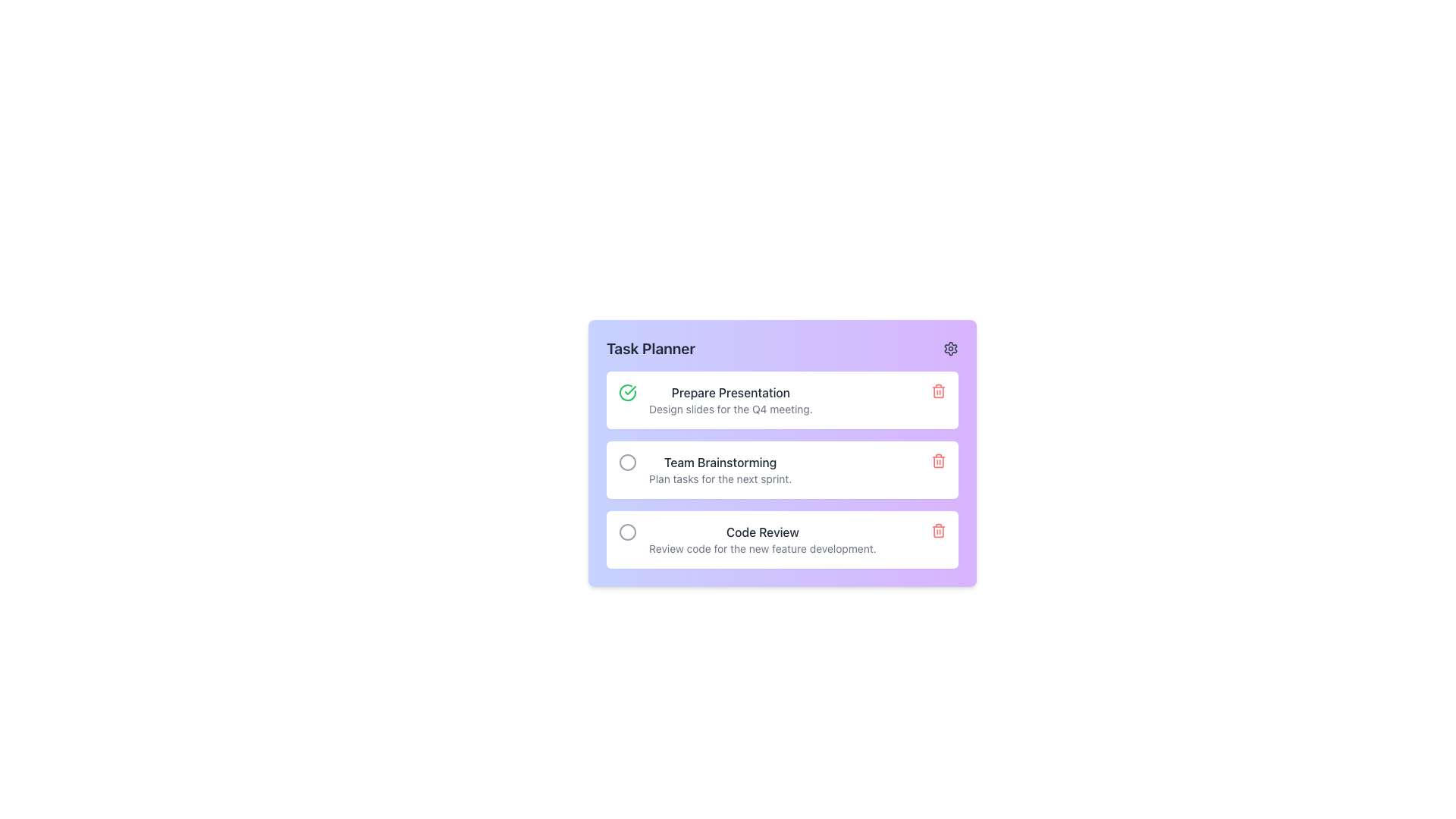 Image resolution: width=1456 pixels, height=819 pixels. I want to click on the textual label displaying information about the task at the top of the task planner interface, so click(730, 400).